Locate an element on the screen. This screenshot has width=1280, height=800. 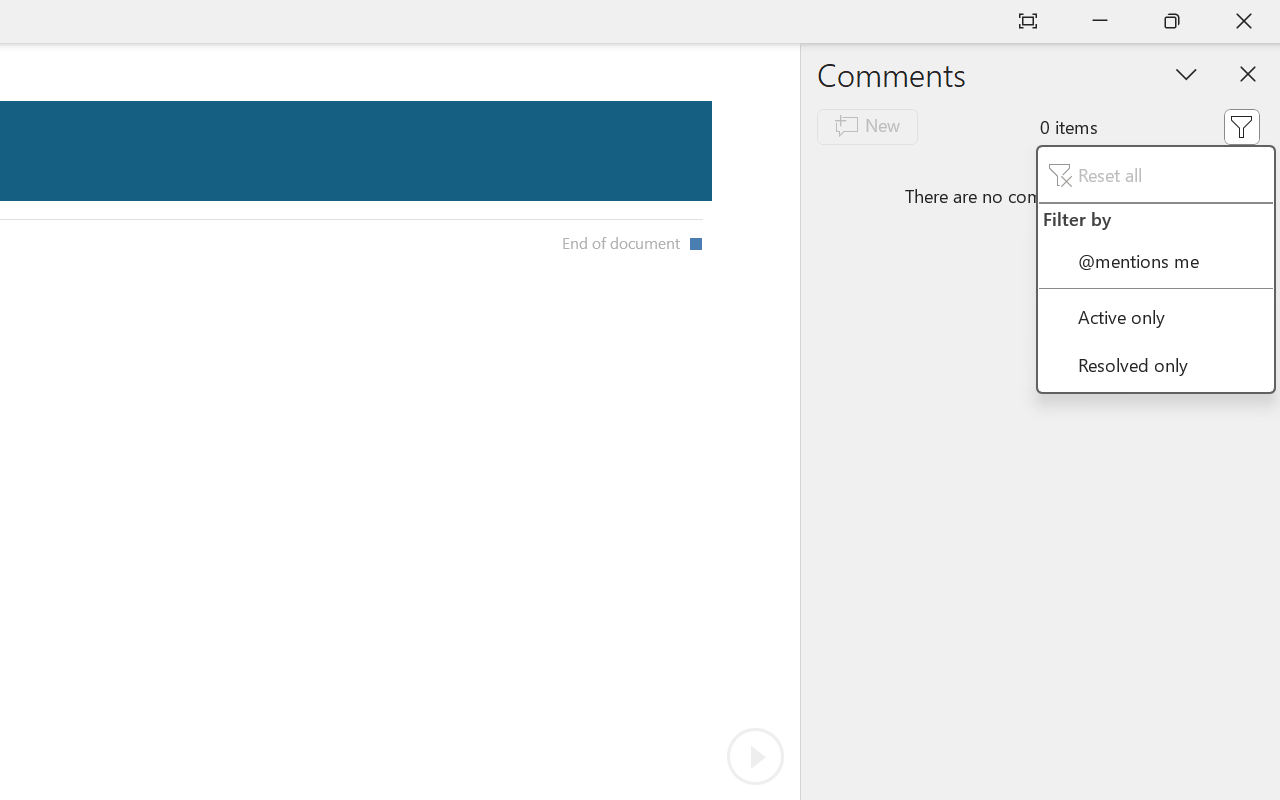
'Class: Net UI Tool Window' is located at coordinates (1155, 269).